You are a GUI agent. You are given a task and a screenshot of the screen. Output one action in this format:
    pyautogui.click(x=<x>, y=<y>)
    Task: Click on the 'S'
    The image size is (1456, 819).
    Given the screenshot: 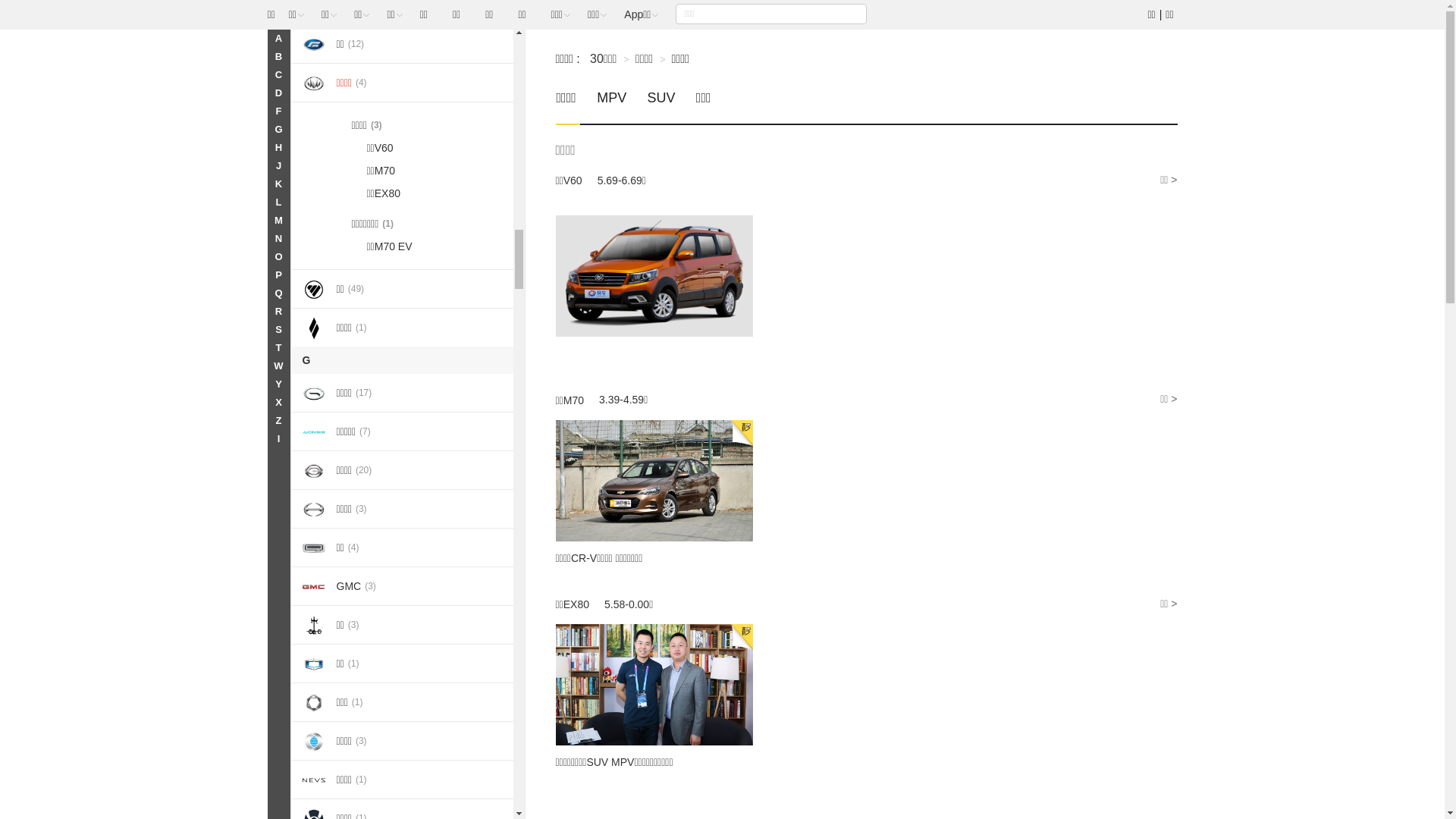 What is the action you would take?
    pyautogui.click(x=278, y=329)
    